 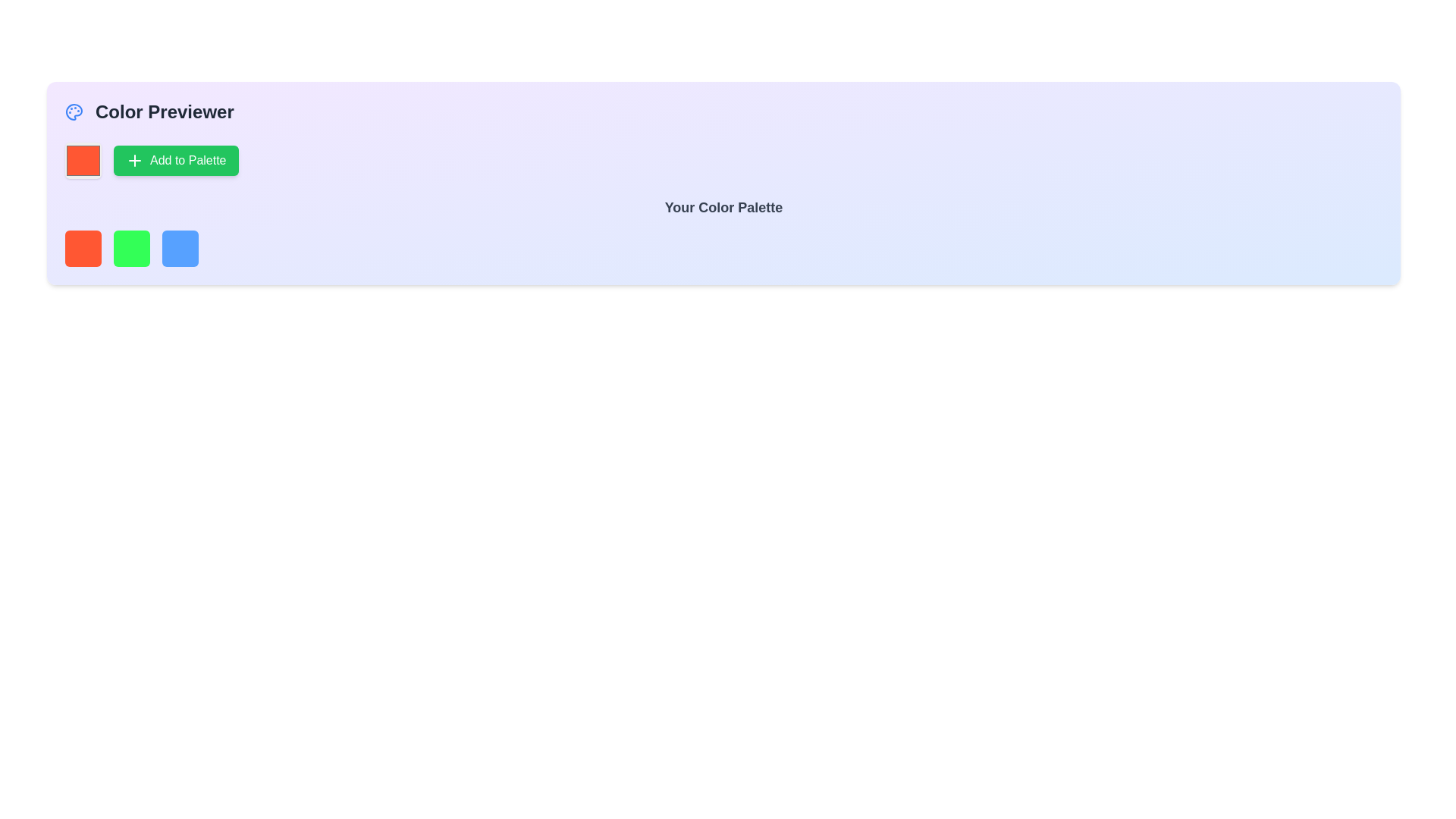 I want to click on the green '+' icon located on the left side of the 'Add, so click(x=134, y=161).